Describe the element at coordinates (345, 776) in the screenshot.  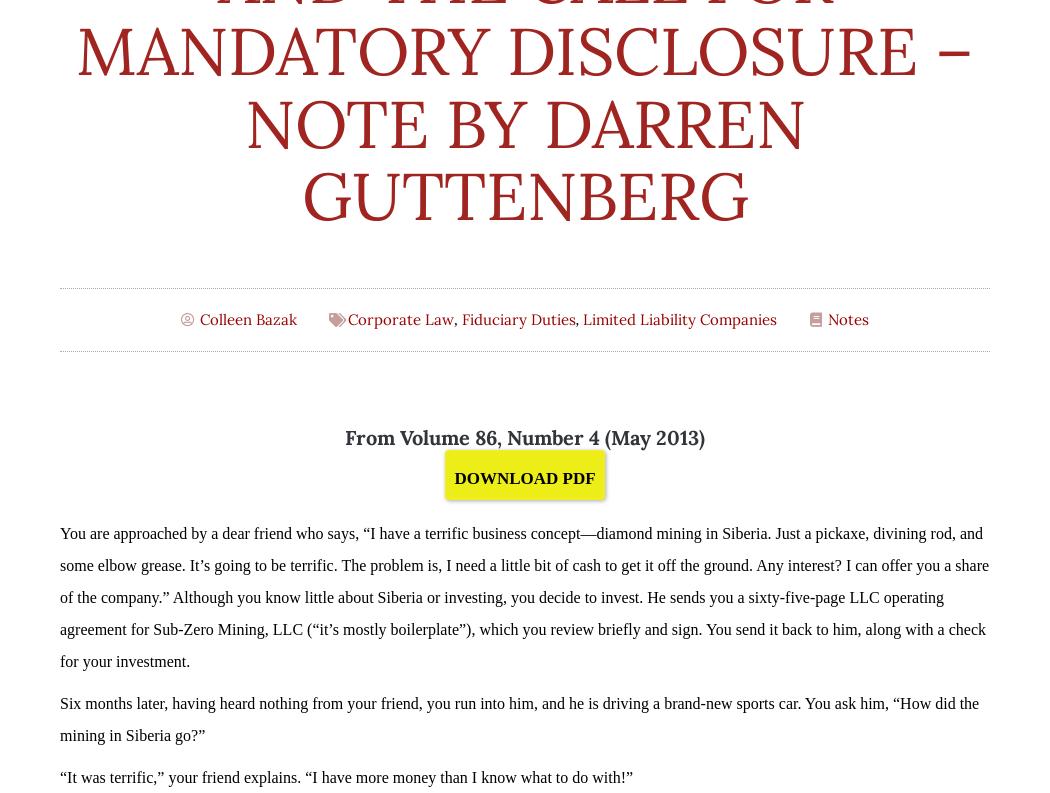
I see `'“It was terrific,” your friend explains. “I have more money than I know what to do with!”'` at that location.